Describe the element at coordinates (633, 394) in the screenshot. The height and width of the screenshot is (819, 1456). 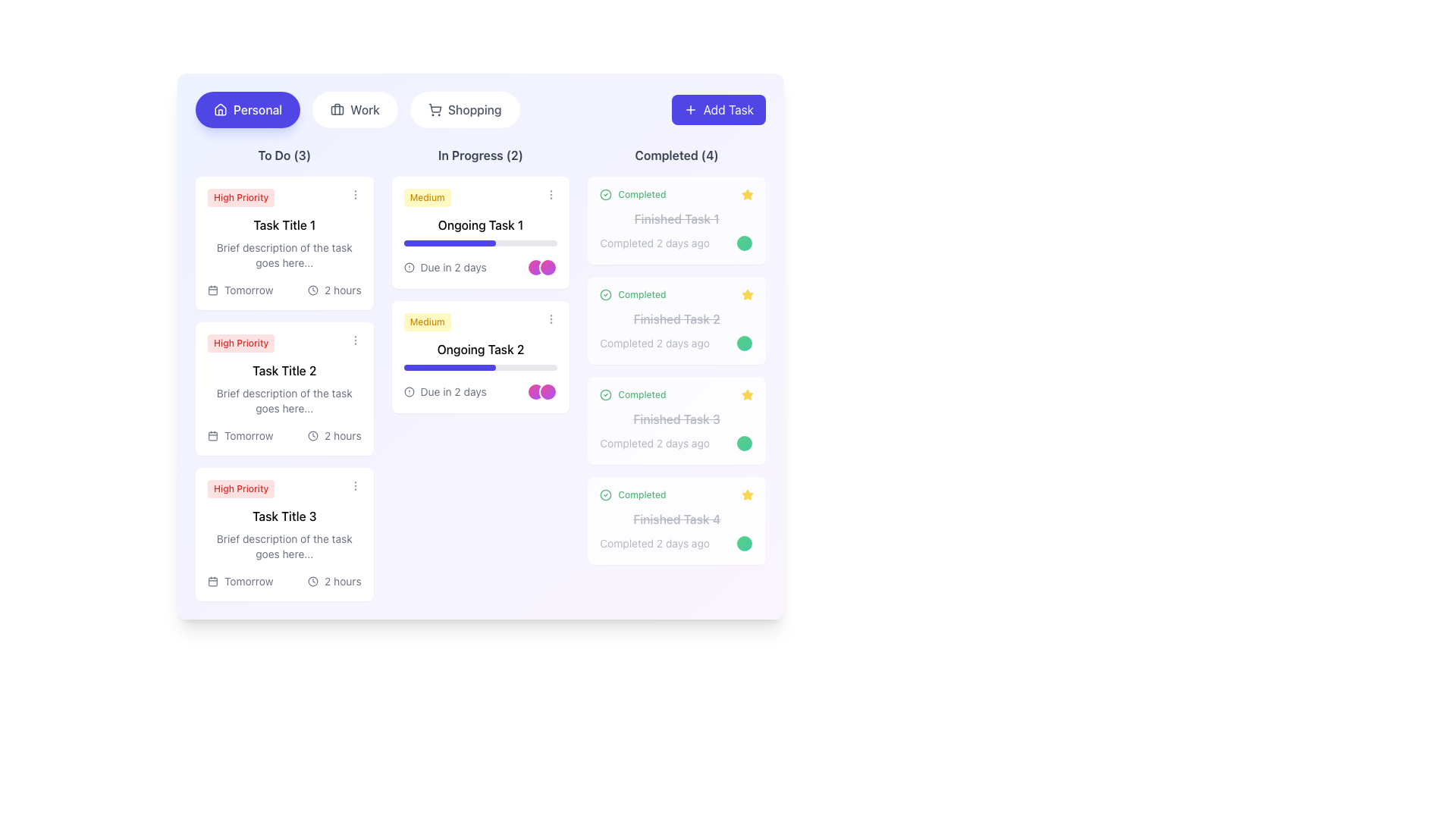
I see `the status indicator text label with icon located in the 'Completed' column, specifically in the third task card, to visually communicate that the associated task has been successfully completed` at that location.